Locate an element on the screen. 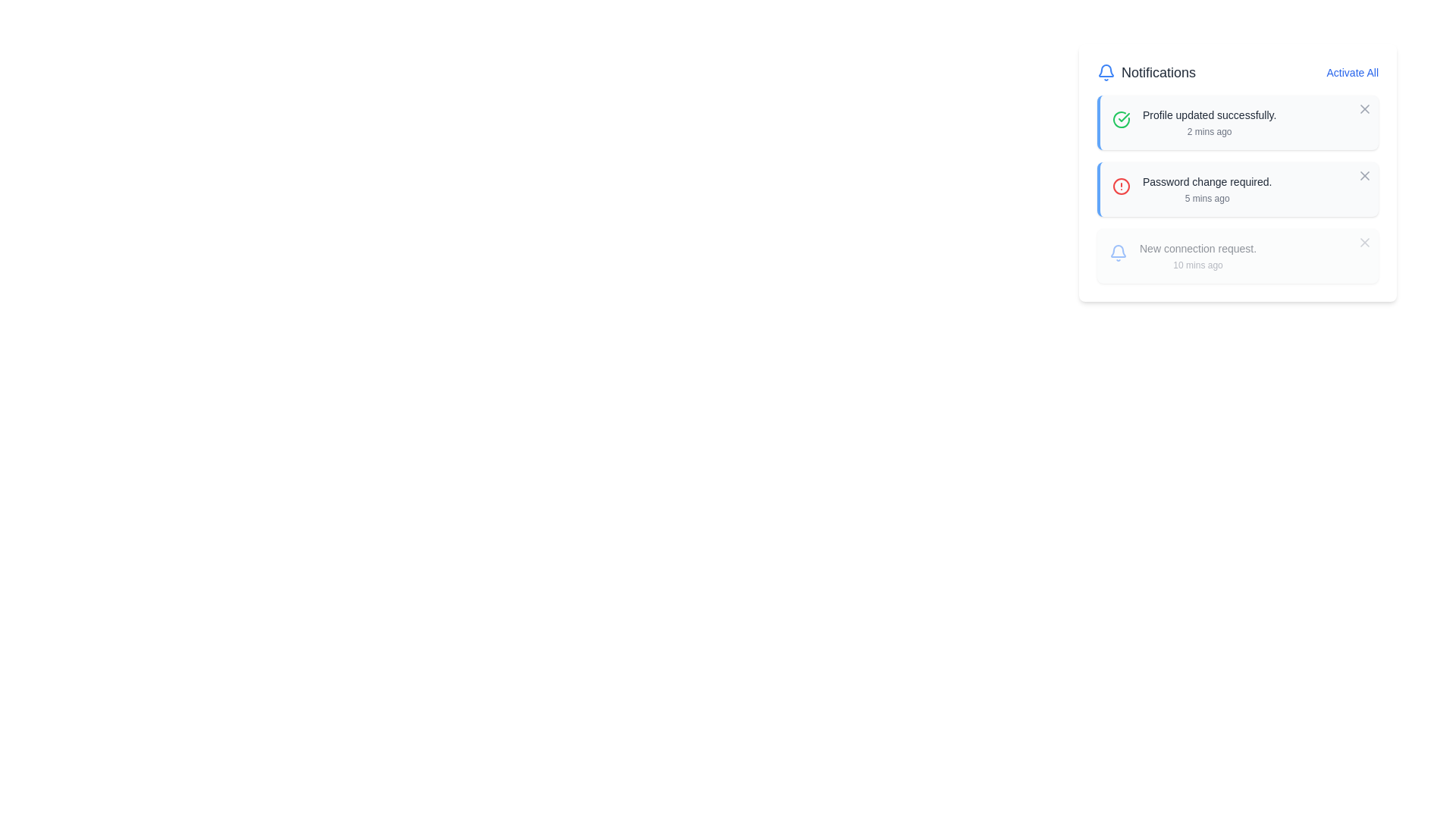  the clickable link in the Notifications card located at the top-right corner, adjacent to the Notifications title and bell icon, to observe potential styling changes is located at coordinates (1352, 73).